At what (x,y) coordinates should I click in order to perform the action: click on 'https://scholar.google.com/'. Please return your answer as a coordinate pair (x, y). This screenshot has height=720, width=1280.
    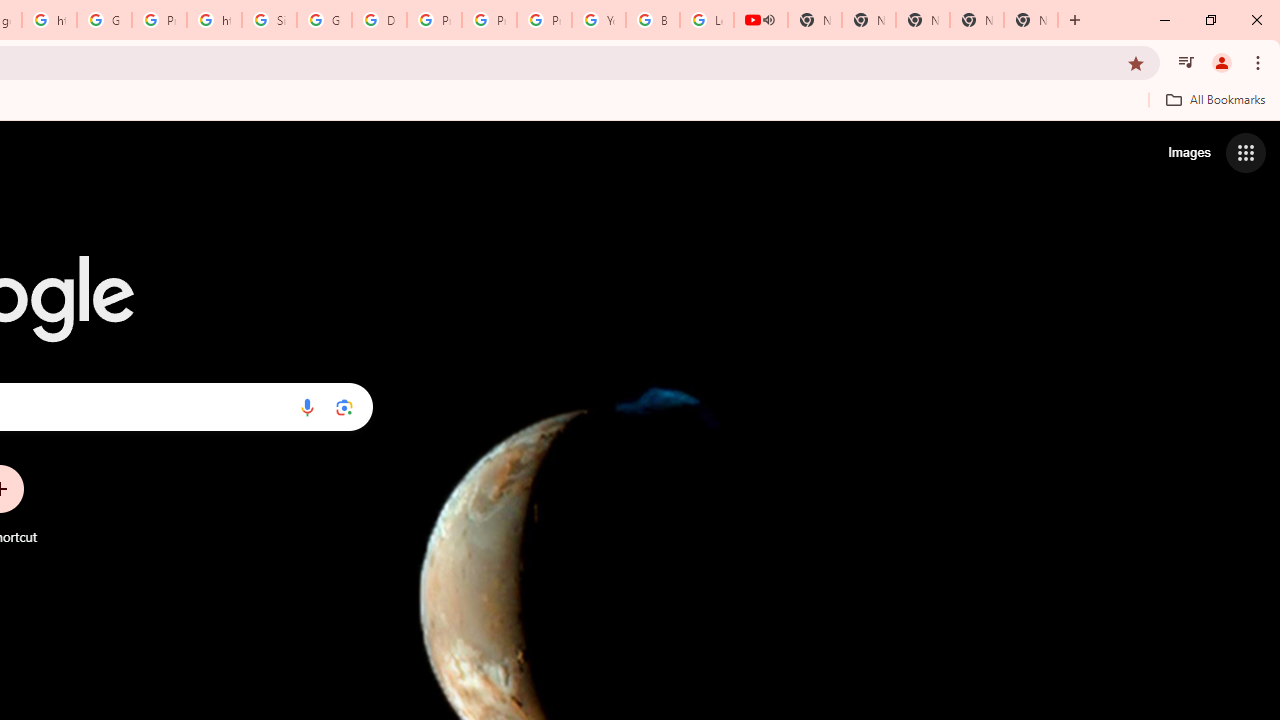
    Looking at the image, I should click on (214, 20).